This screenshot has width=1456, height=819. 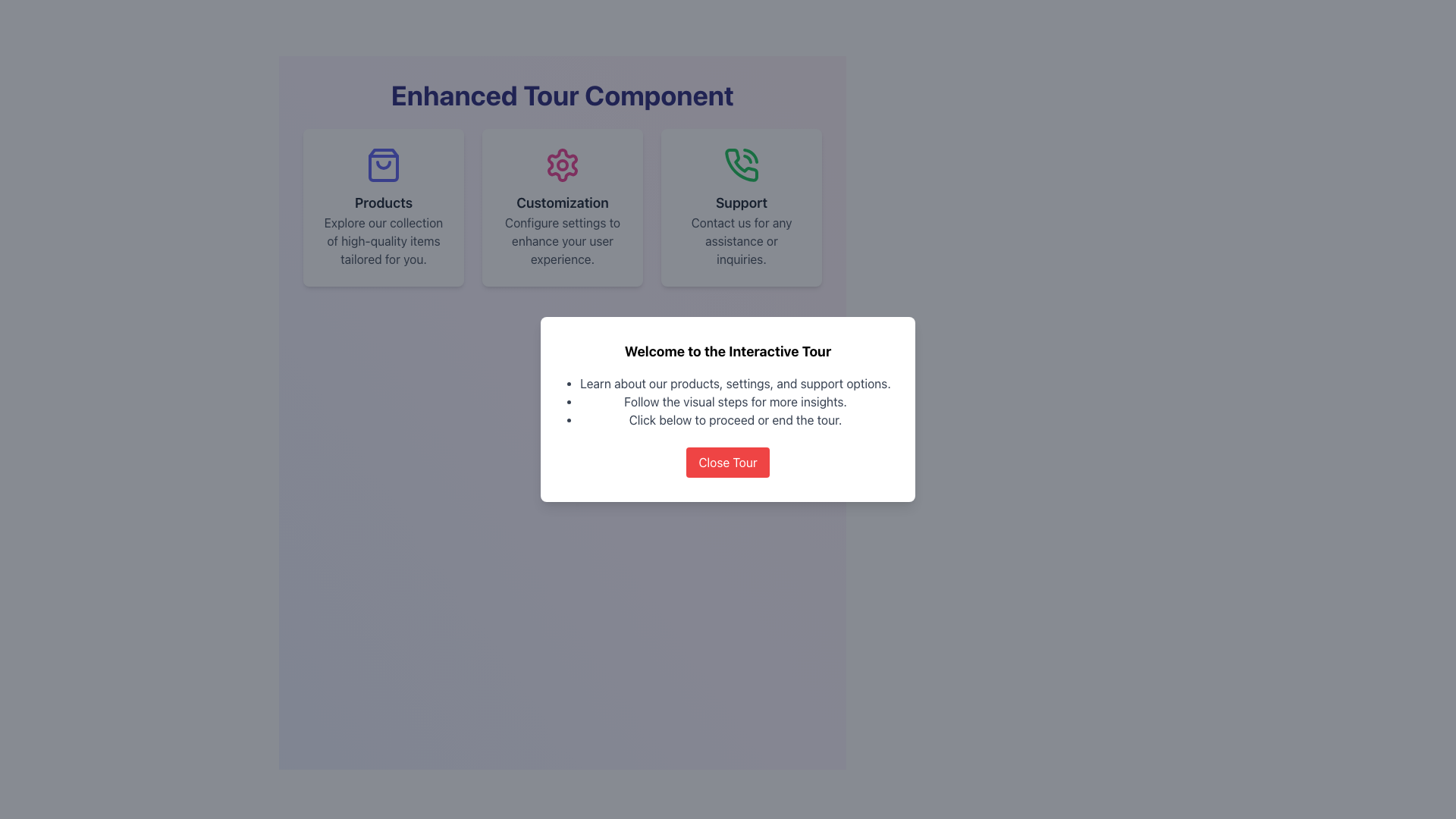 What do you see at coordinates (562, 165) in the screenshot?
I see `the small solid circle inside the gear-like customization icon, which is styled in pink and positioned at the center of the icon` at bounding box center [562, 165].